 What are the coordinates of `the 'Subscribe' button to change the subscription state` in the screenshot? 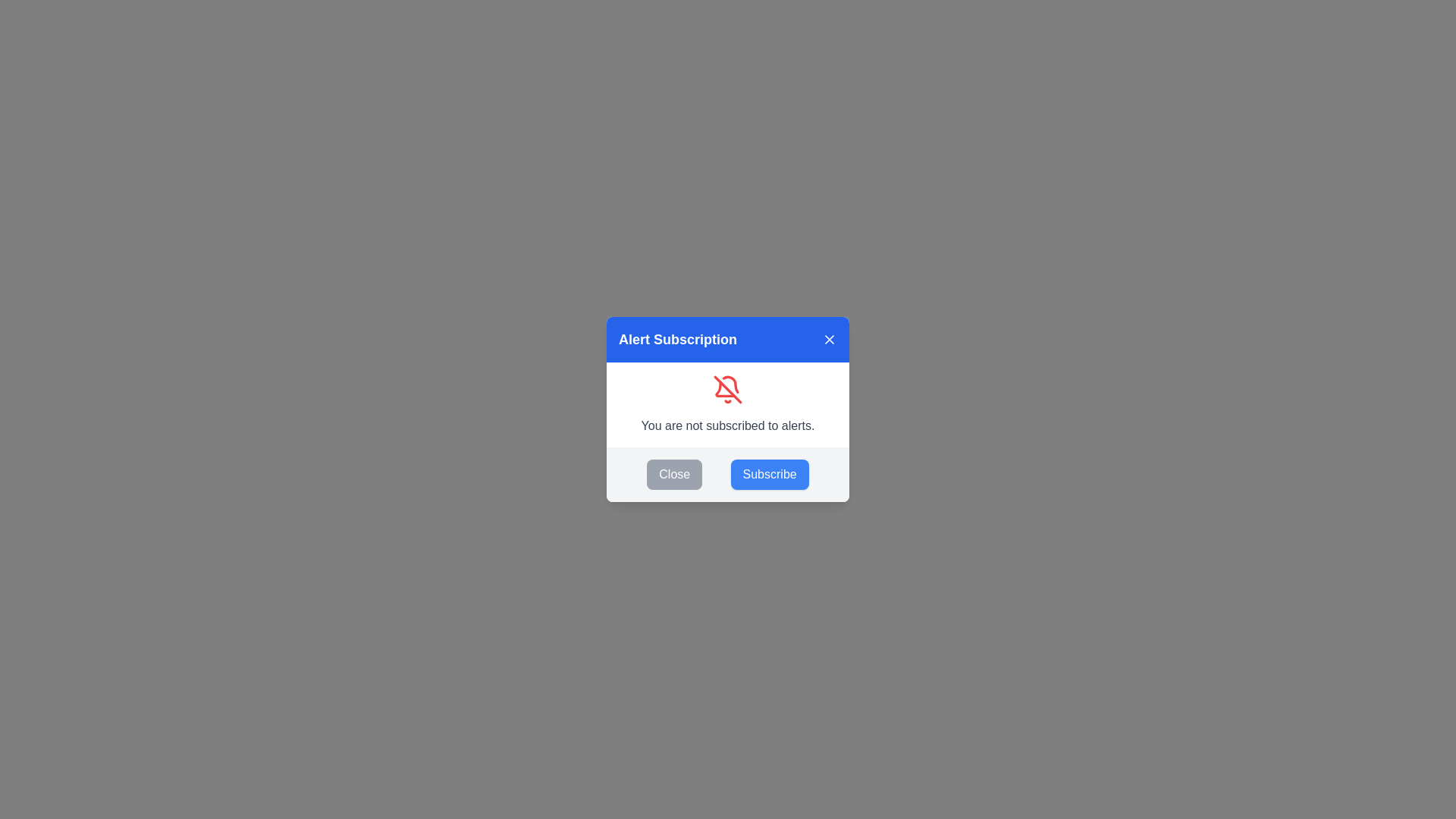 It's located at (769, 473).